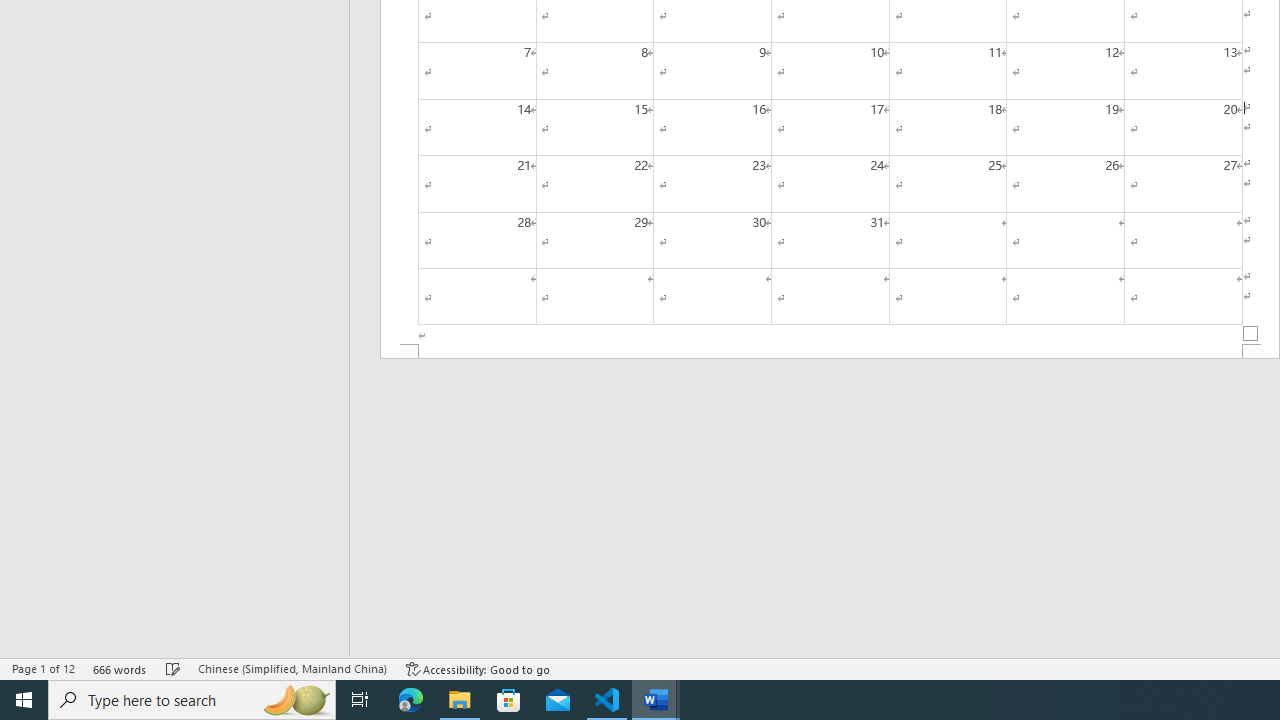 The width and height of the screenshot is (1280, 720). I want to click on 'Footer -Section 1-', so click(830, 350).